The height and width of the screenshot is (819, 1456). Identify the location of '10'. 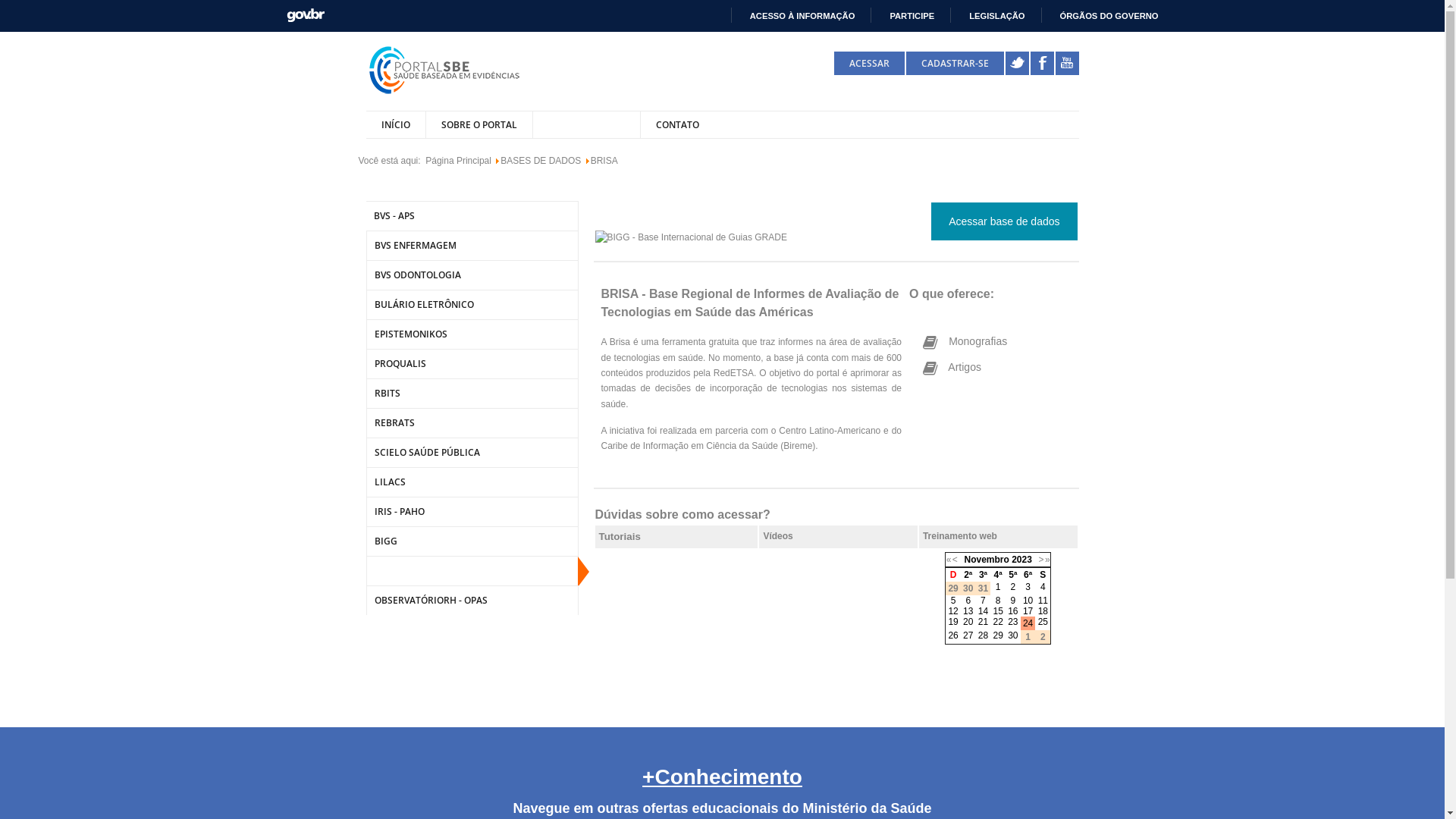
(1028, 599).